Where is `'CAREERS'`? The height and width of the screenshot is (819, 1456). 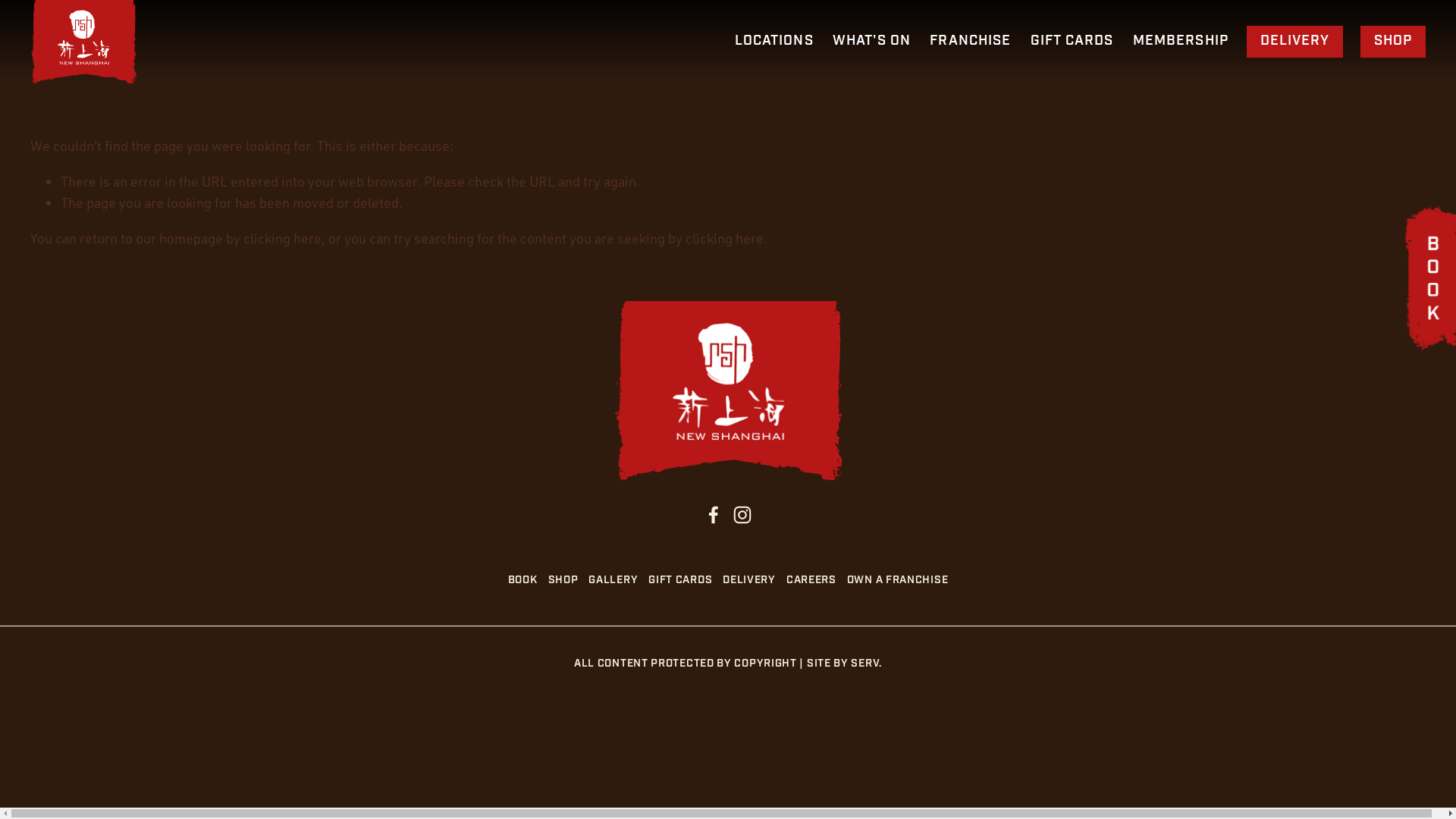
'CAREERS' is located at coordinates (815, 580).